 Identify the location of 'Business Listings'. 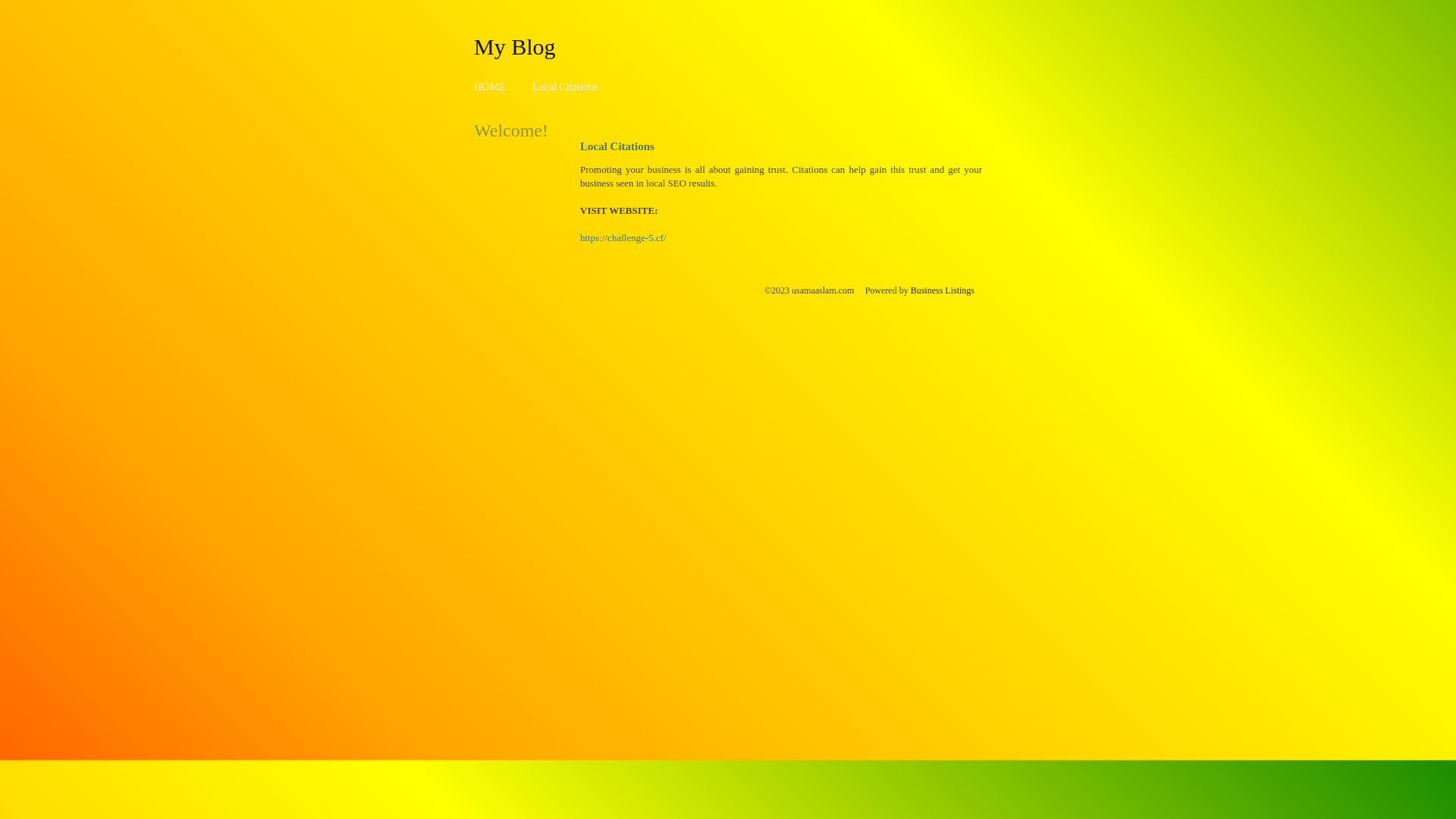
(910, 290).